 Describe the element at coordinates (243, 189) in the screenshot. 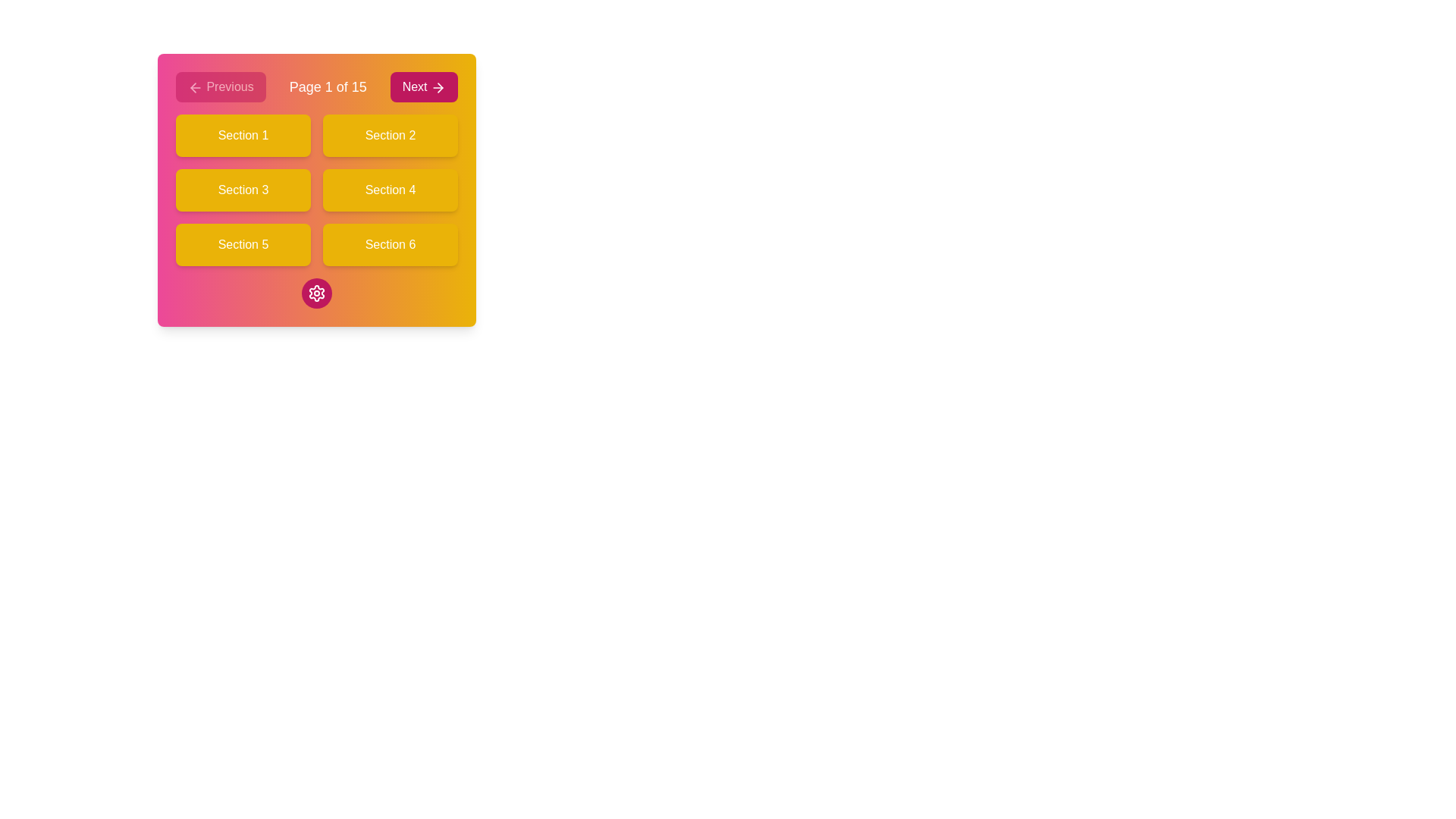

I see `the rectangular button labeled 'Section 3' with a yellow background` at that location.